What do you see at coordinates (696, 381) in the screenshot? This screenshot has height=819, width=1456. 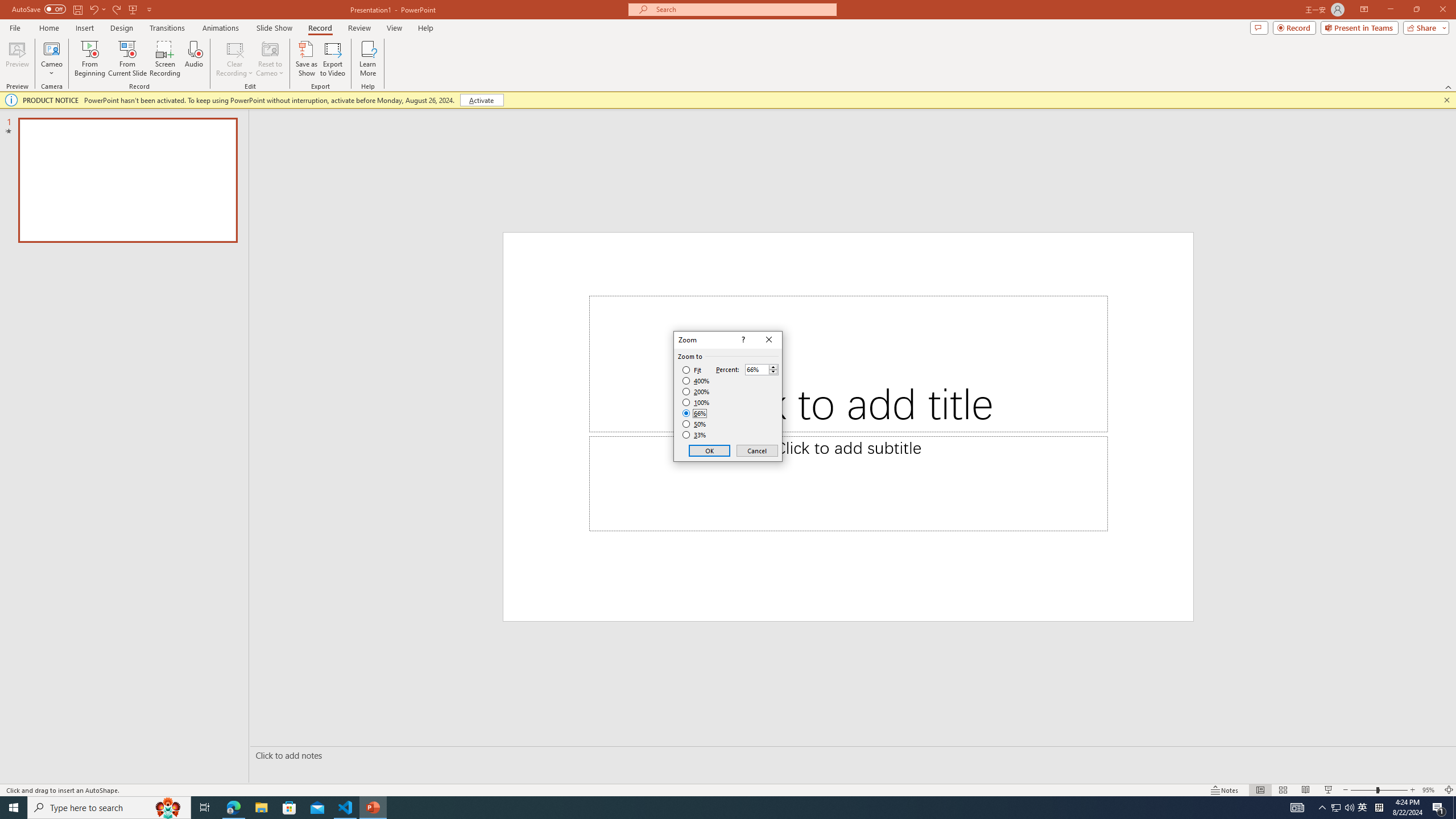 I see `'400%'` at bounding box center [696, 381].